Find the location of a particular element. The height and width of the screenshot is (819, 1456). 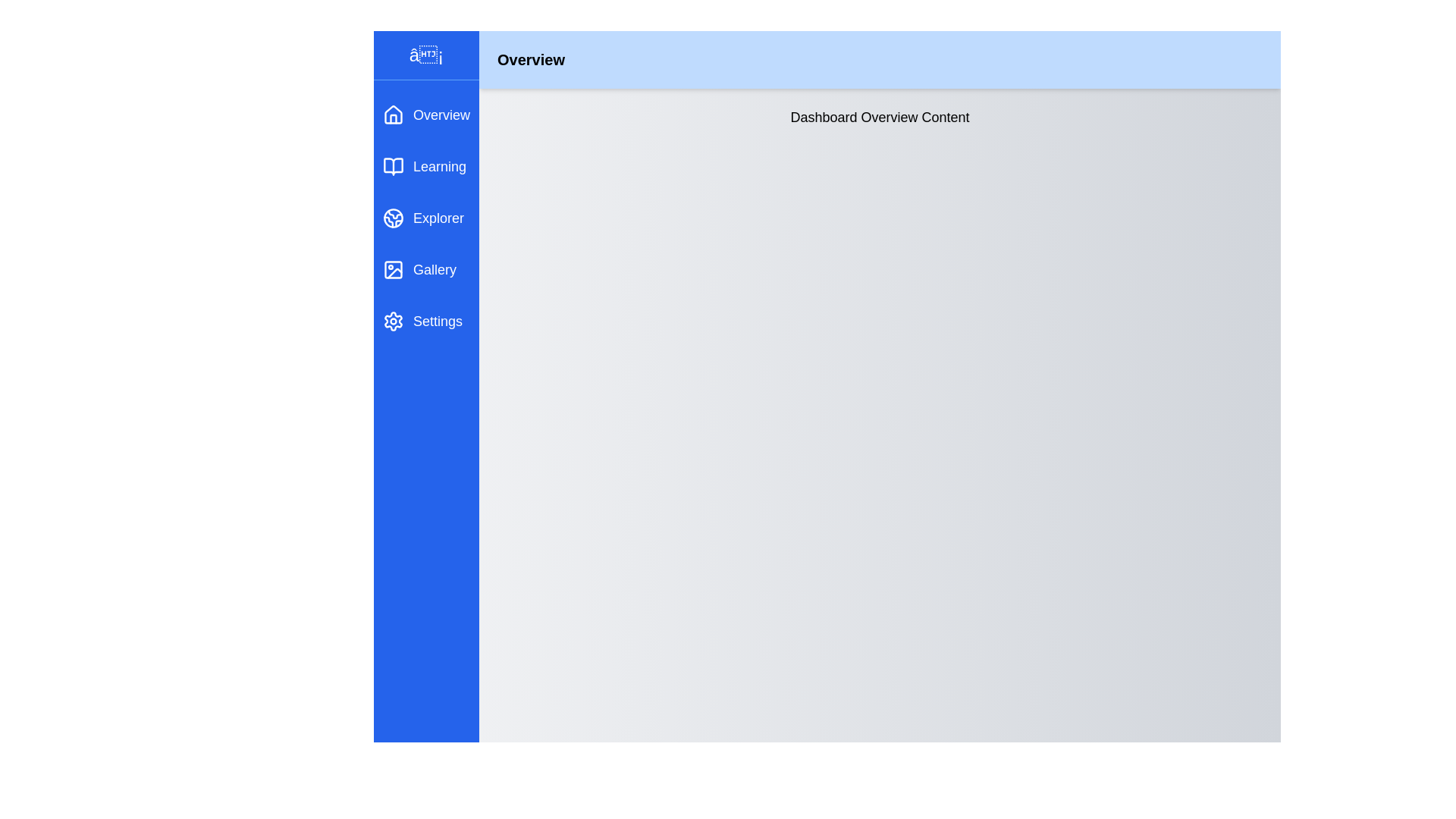

the 'Gallery' button, which is the fourth interactive item in the vertical navigation bar on the left side of the application, featuring a picture icon and blue background is located at coordinates (425, 268).